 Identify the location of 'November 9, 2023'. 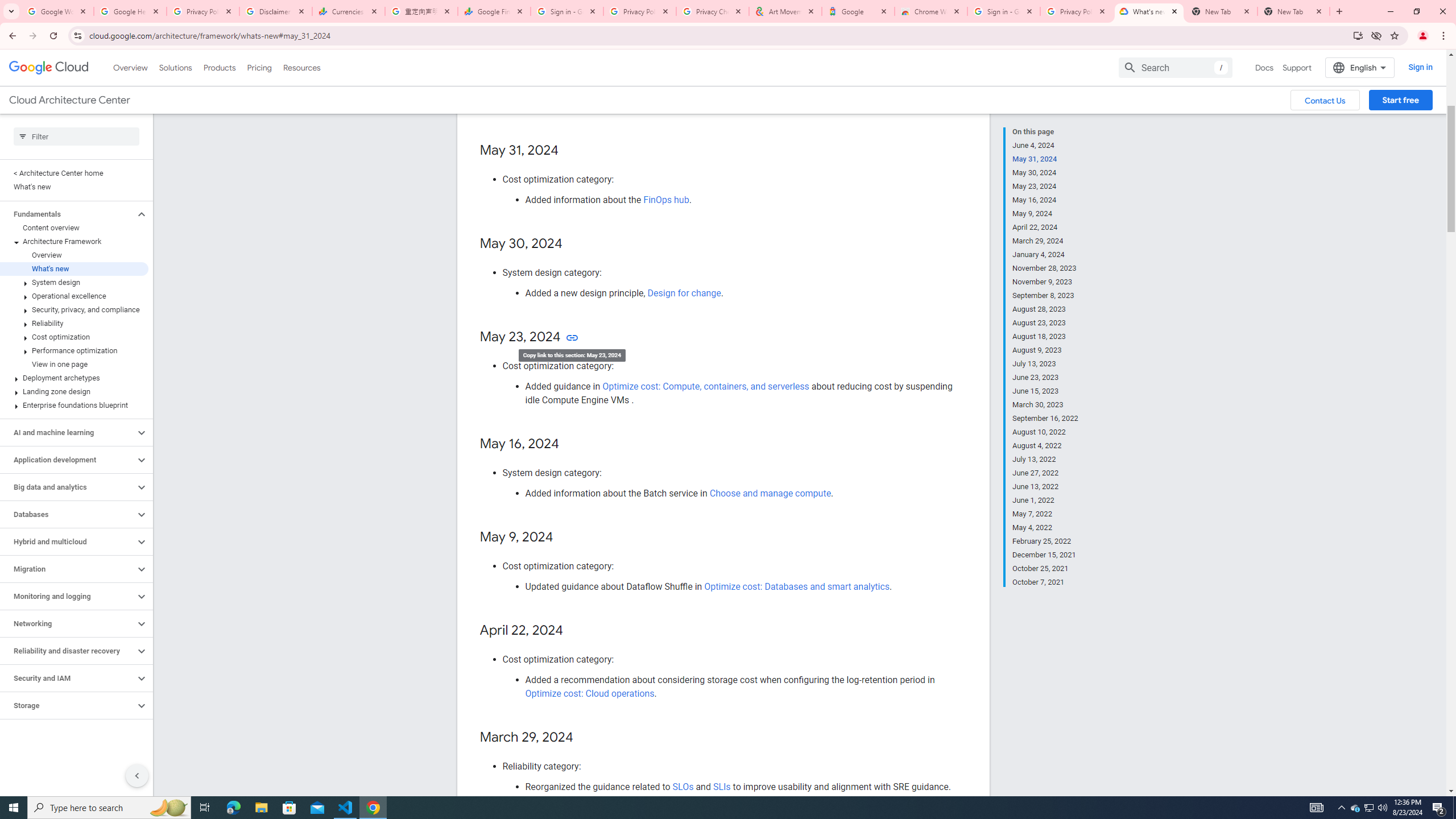
(1045, 282).